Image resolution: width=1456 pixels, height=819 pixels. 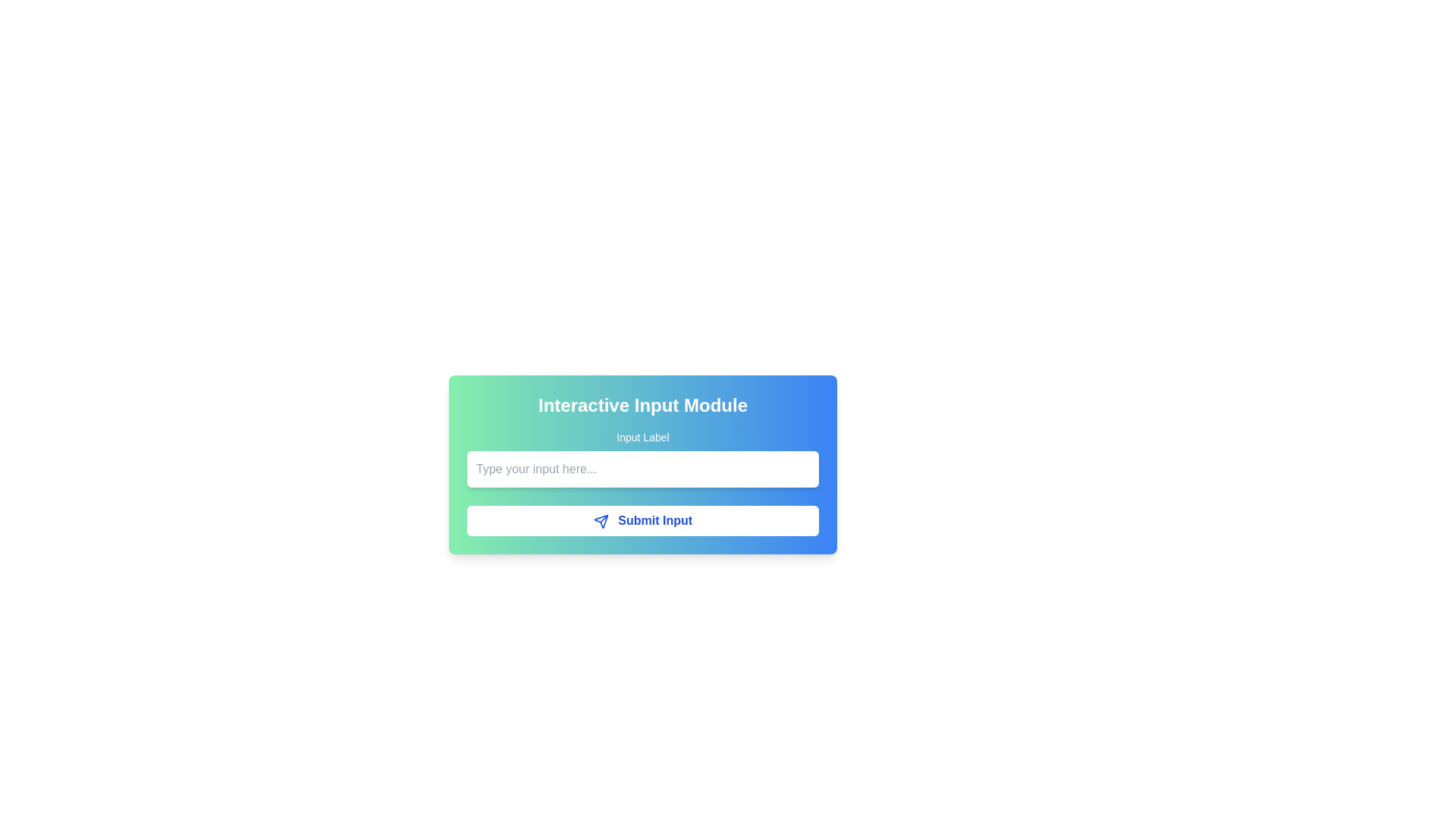 I want to click on the visual appearance of the SVG Circle element, which is a circular component within an informational icon located near the top-right corner of the text input field labeled 'Input Label.', so click(x=800, y=468).